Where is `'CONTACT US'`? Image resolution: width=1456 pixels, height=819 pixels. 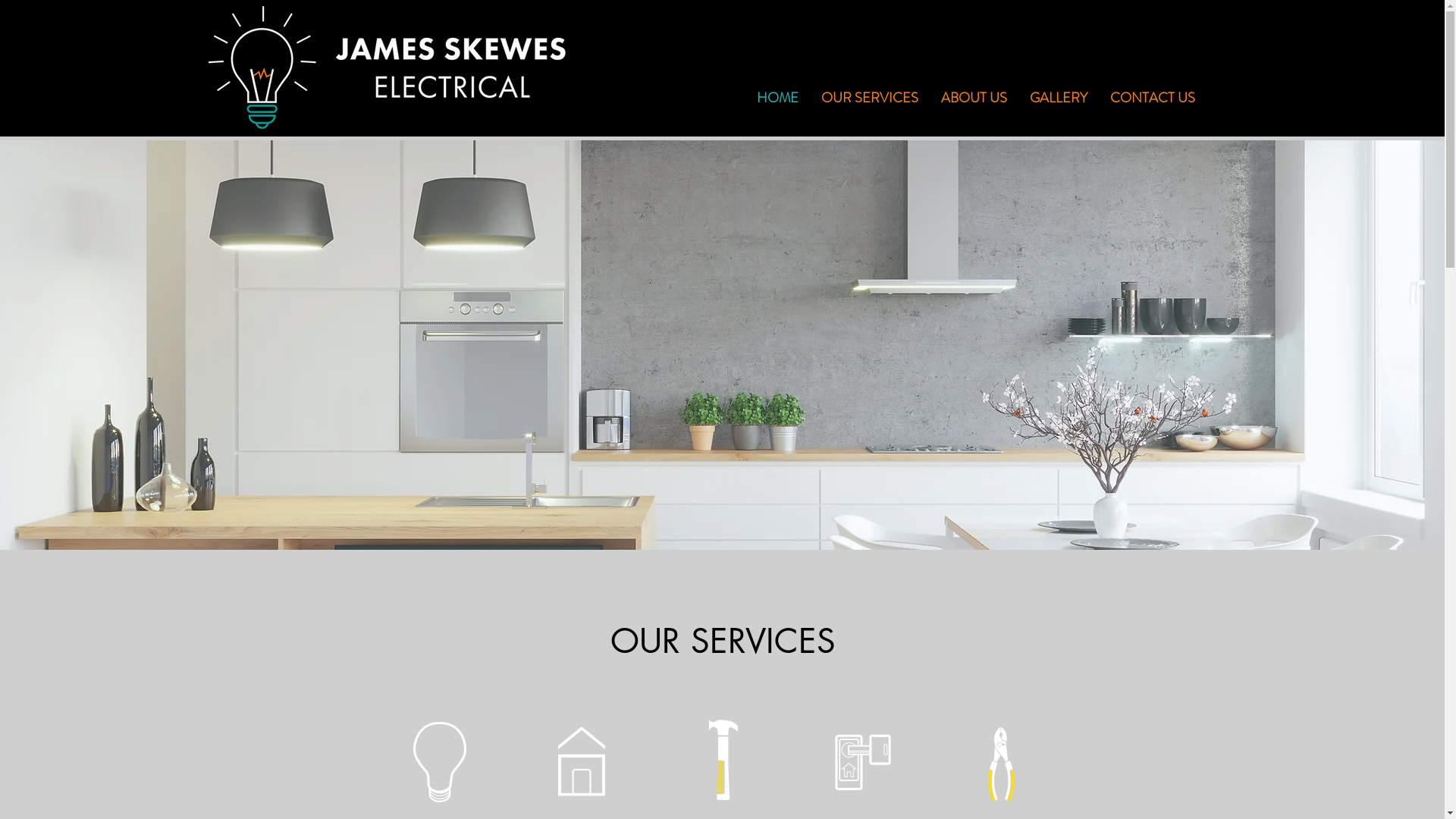
'CONTACT US' is located at coordinates (1151, 97).